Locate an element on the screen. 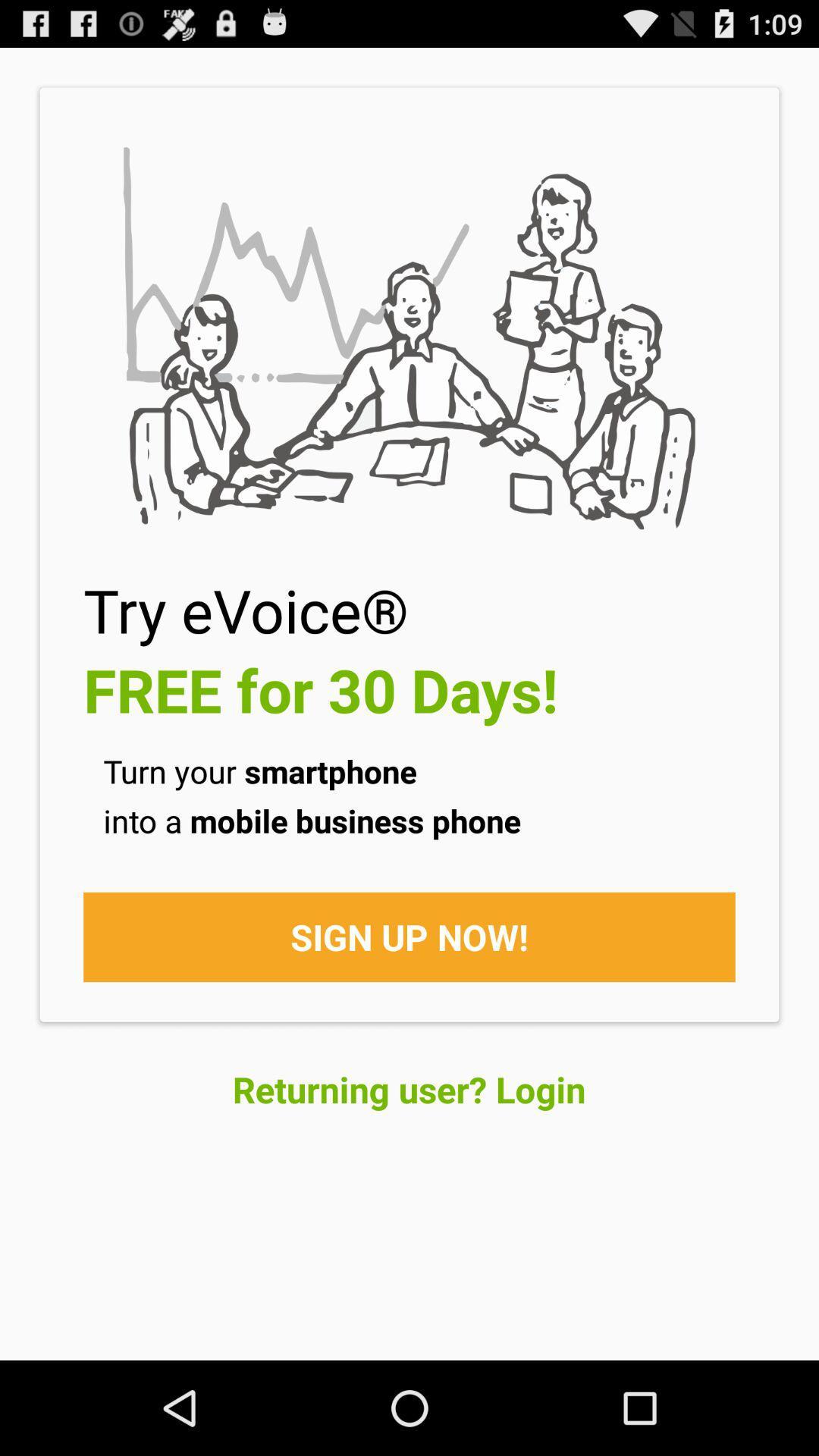  the item below the sign up now! item is located at coordinates (408, 1088).